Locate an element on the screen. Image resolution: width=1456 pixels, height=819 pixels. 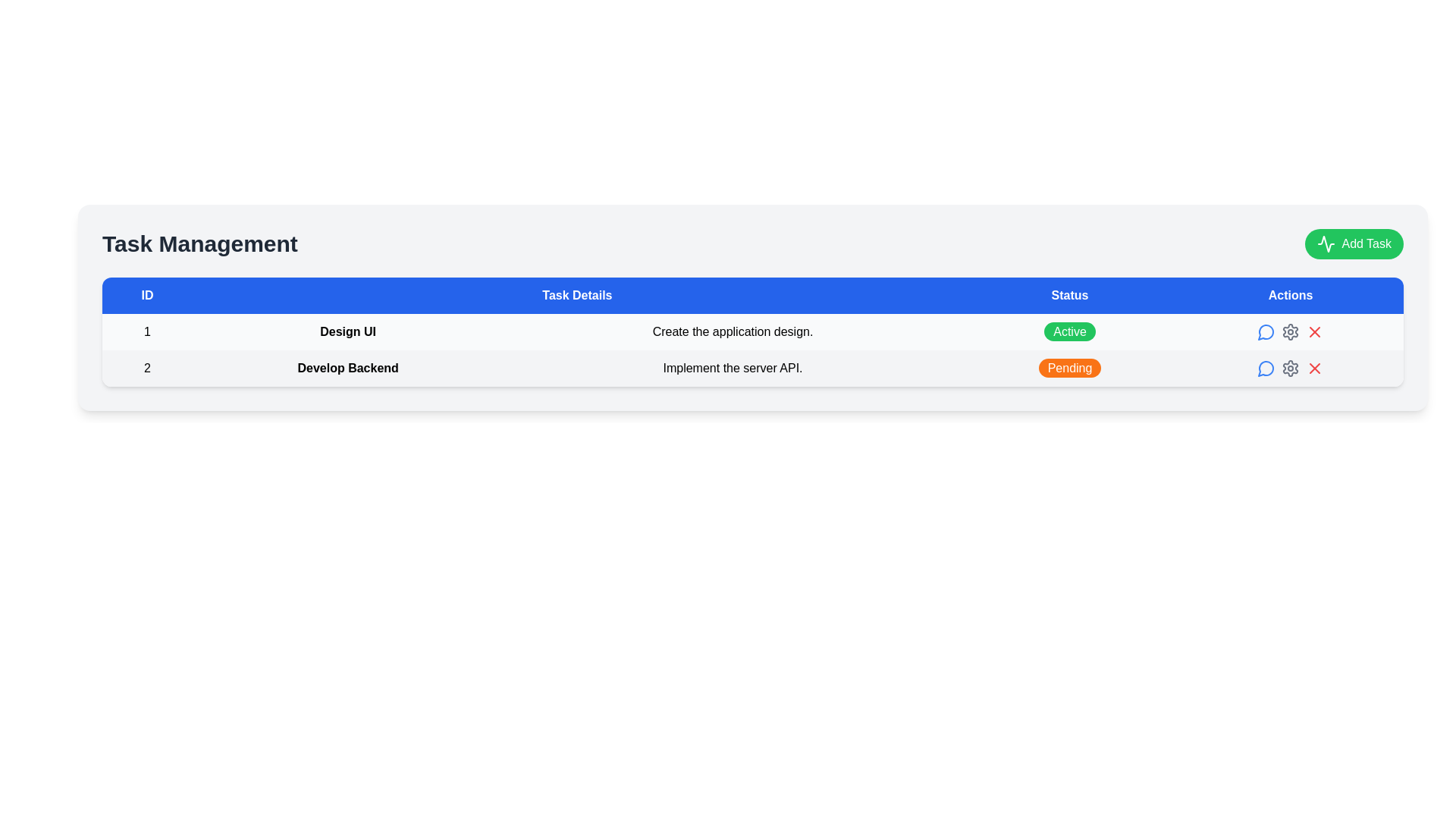
the 'X' icon in the Actions column of the second row of the task table is located at coordinates (1314, 369).